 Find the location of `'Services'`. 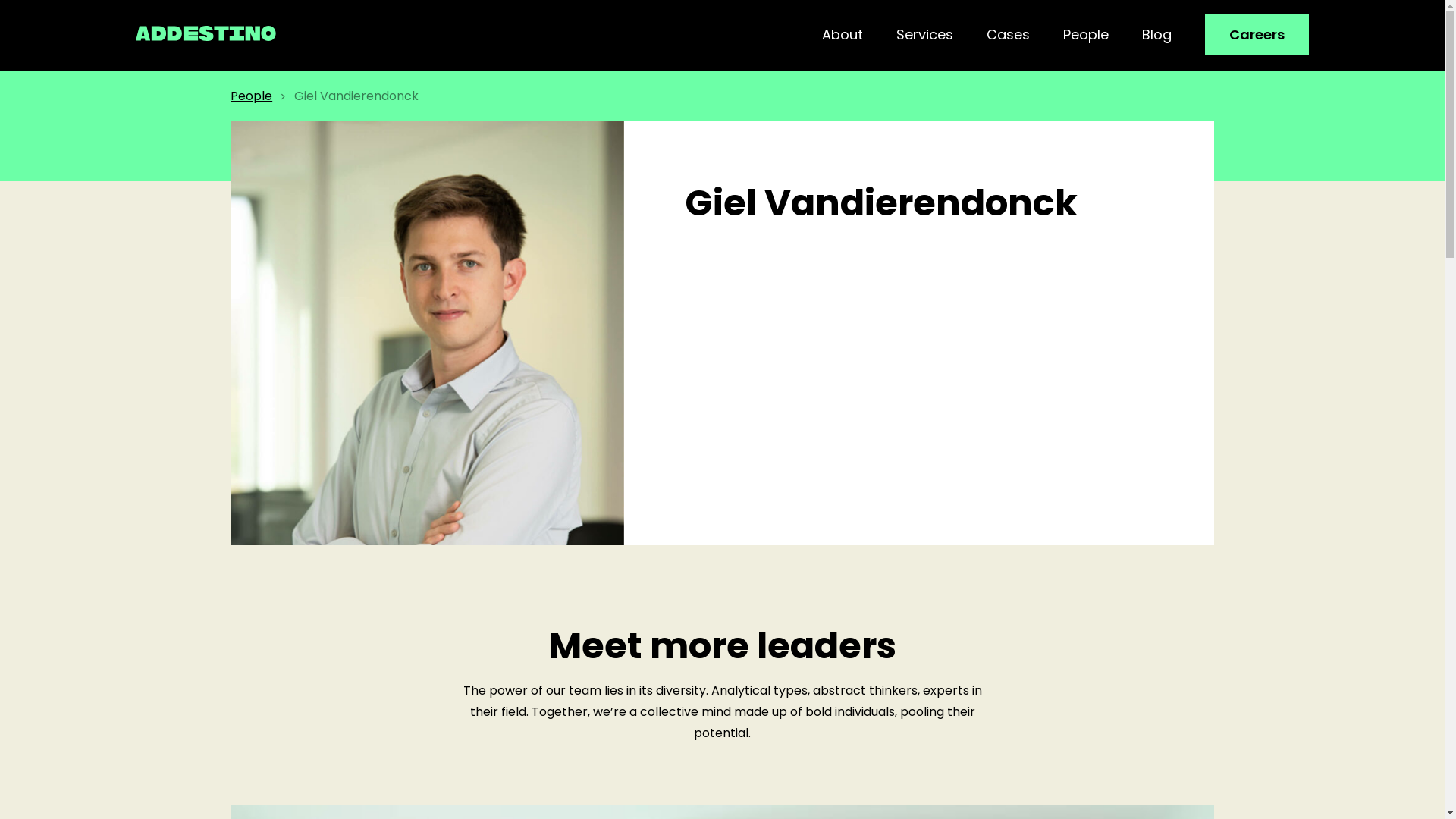

'Services' is located at coordinates (924, 34).